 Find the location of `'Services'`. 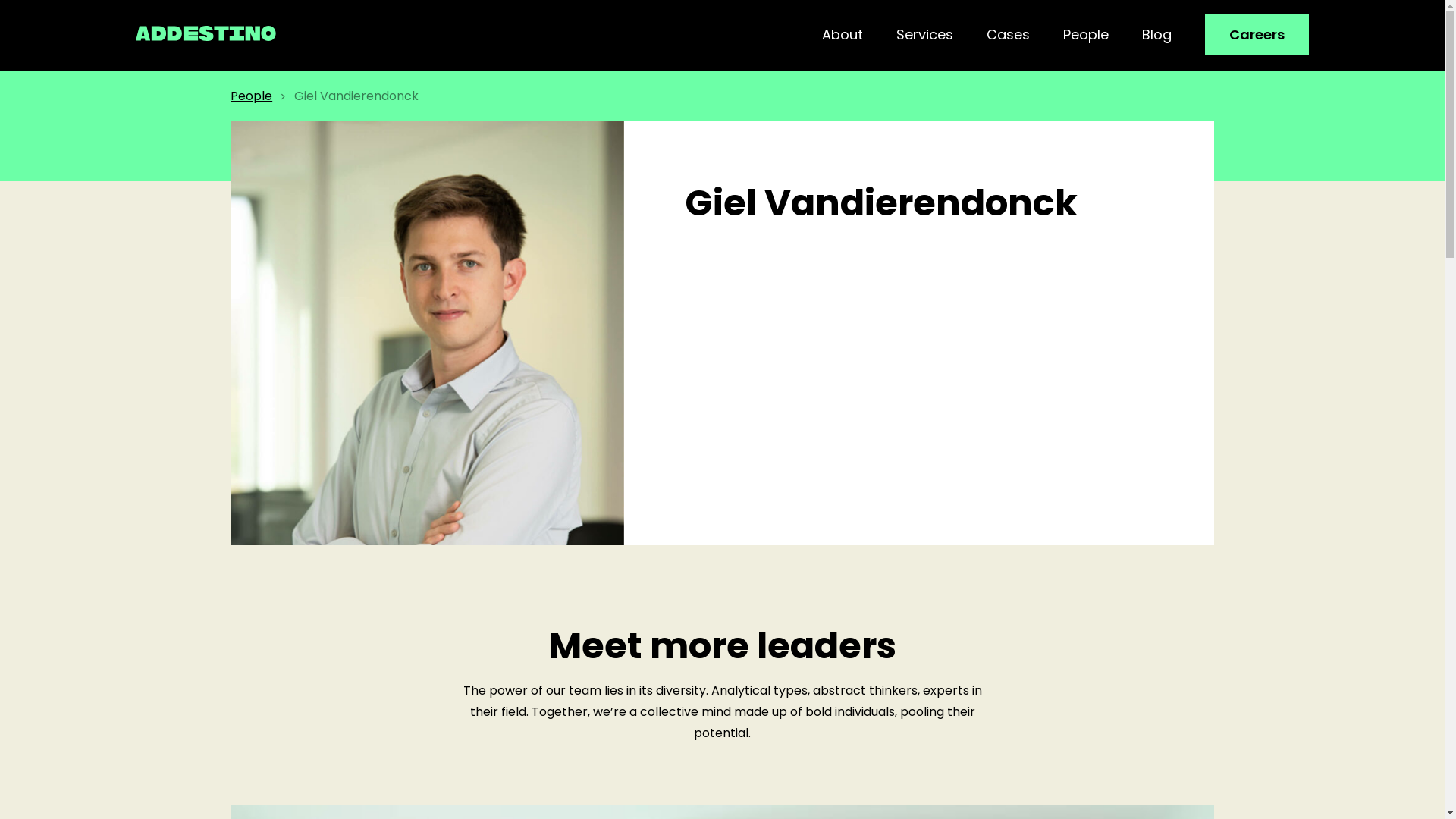

'Services' is located at coordinates (924, 34).